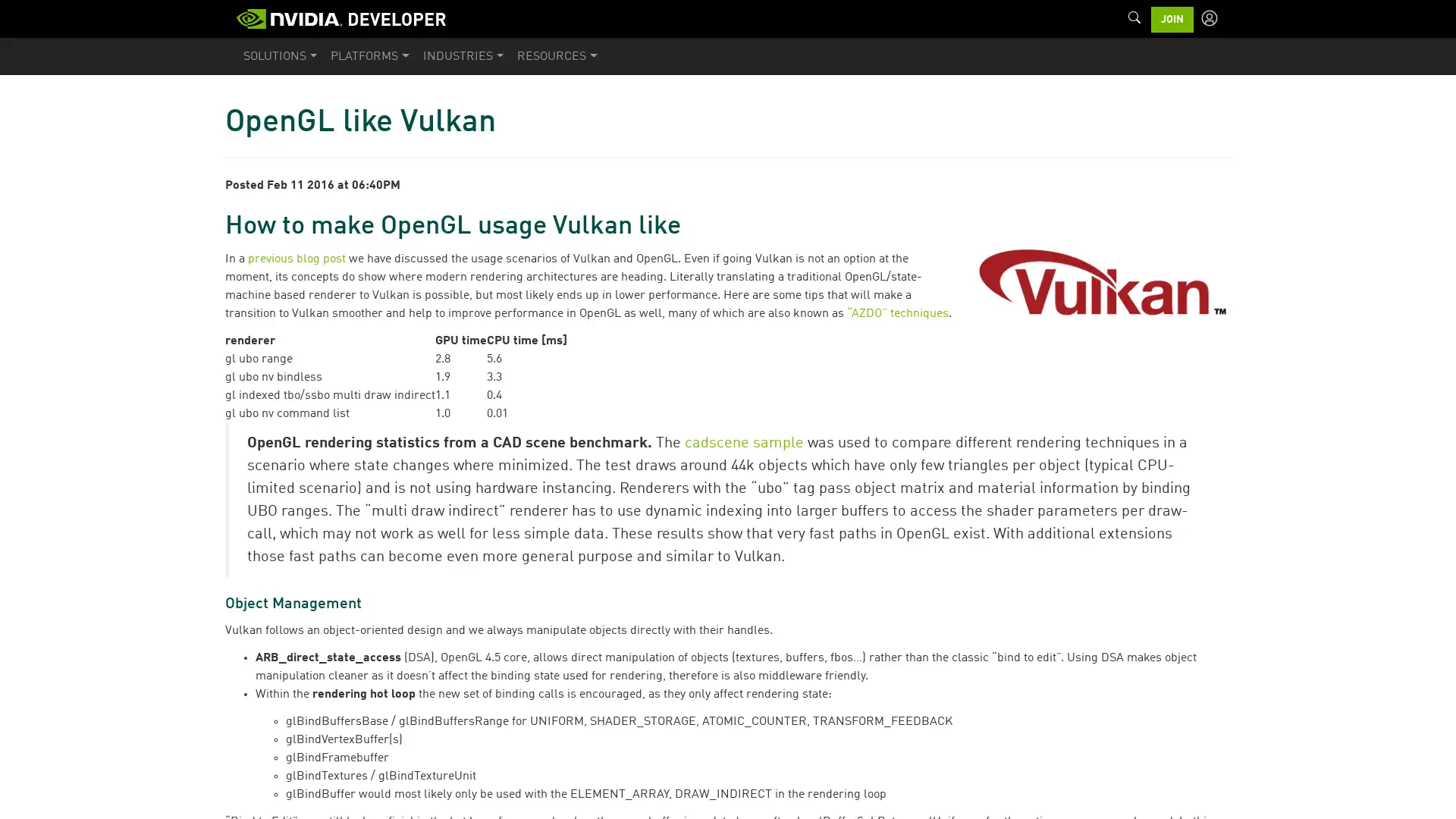  Describe the element at coordinates (462, 55) in the screenshot. I see `INDUSTRIES` at that location.